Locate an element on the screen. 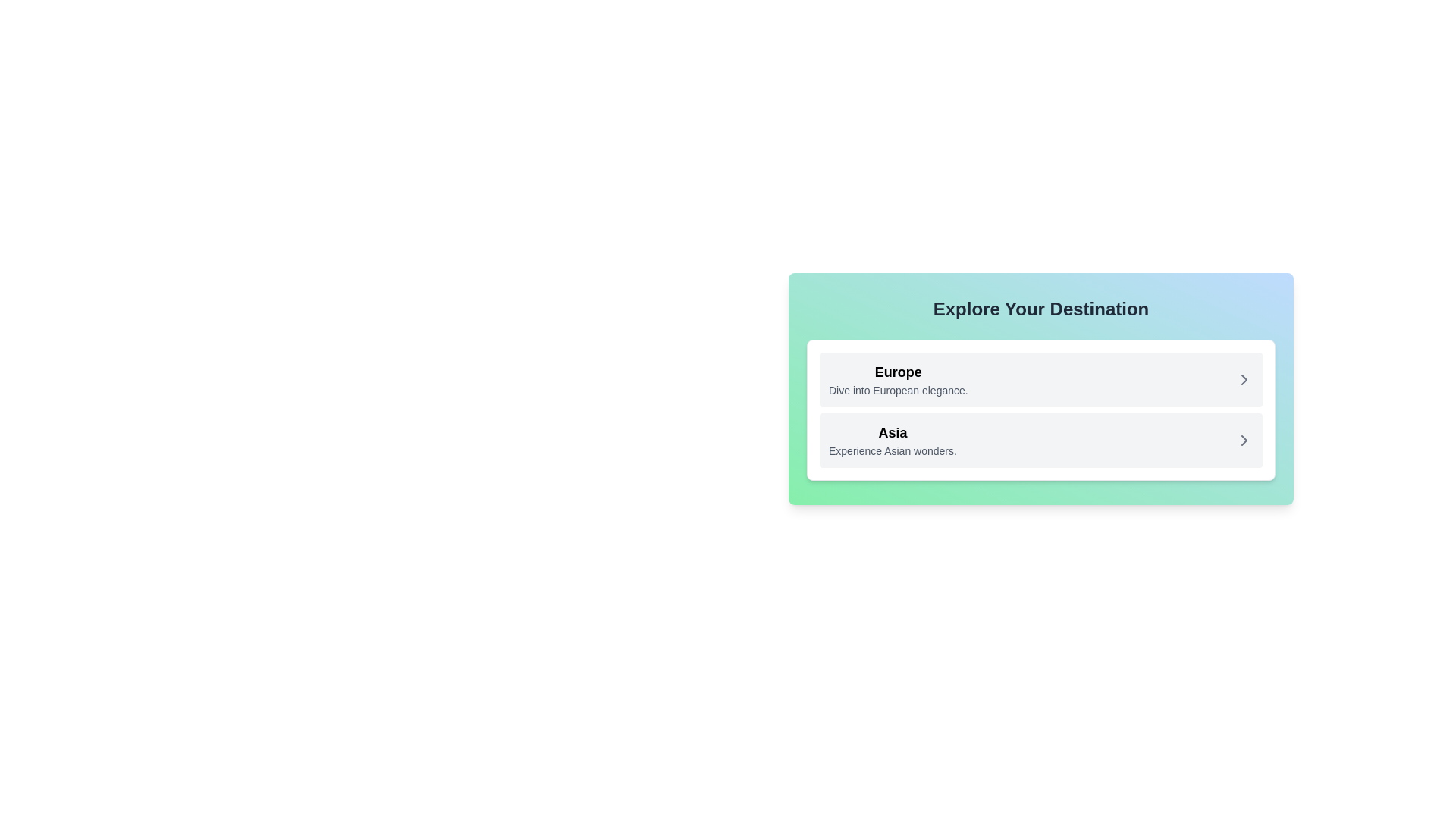 This screenshot has height=819, width=1456. the gray chevron icon indicating a rightward direction located on the right edge of the 'Asia' list item in the 'Explore Your Destination' section is located at coordinates (1244, 441).